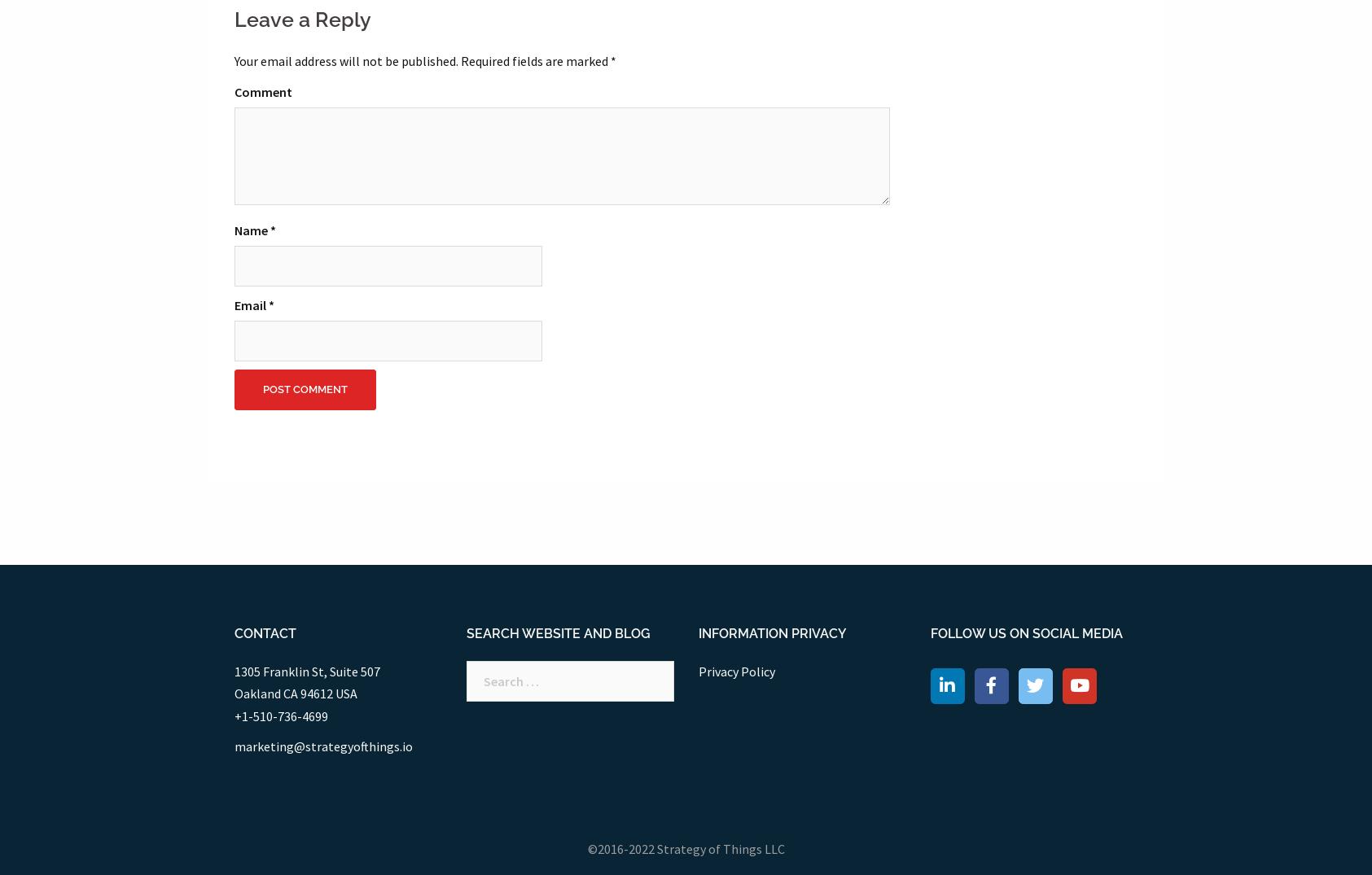  Describe the element at coordinates (322, 745) in the screenshot. I see `'marketing@strategyofthings.io'` at that location.